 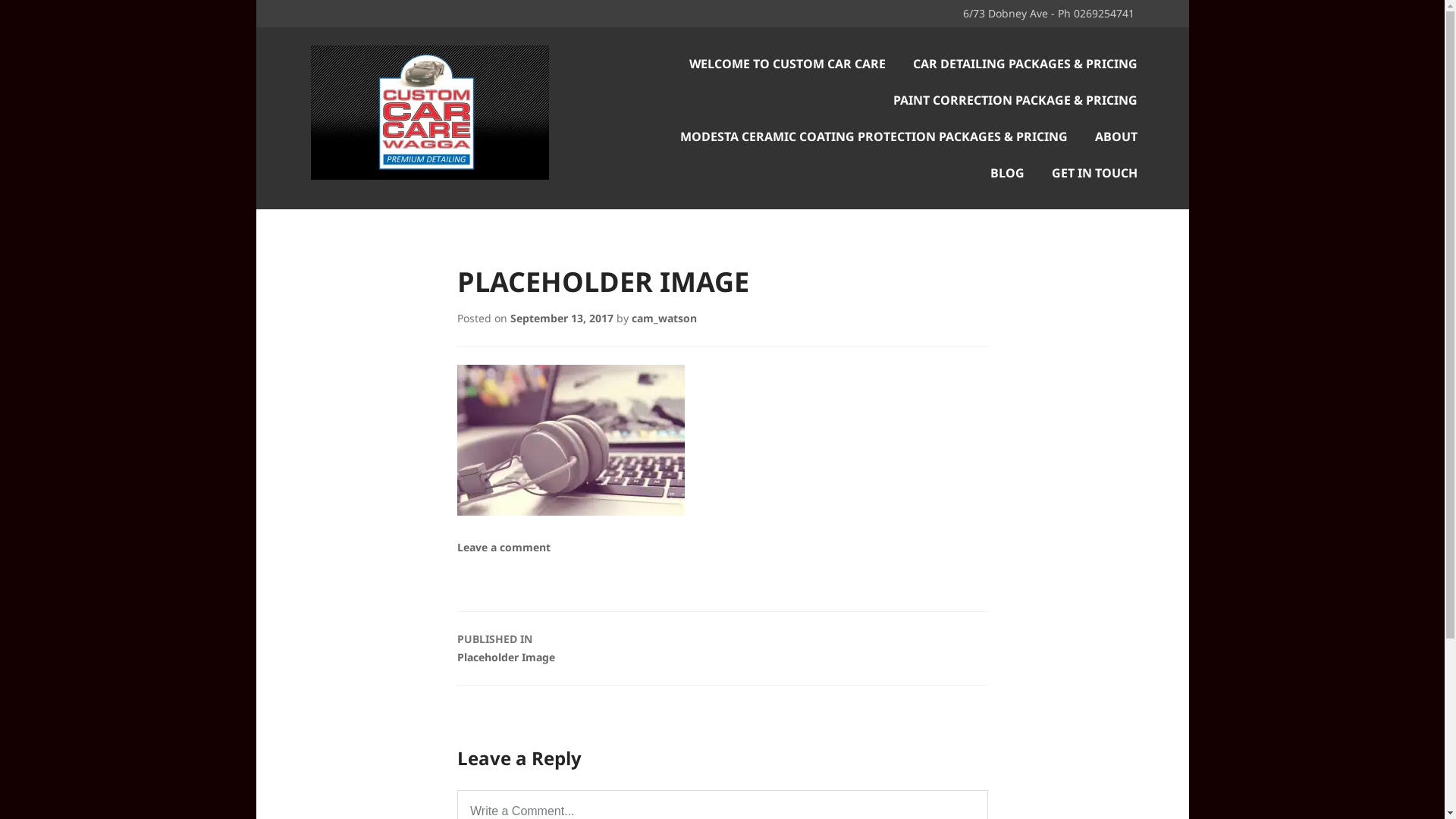 What do you see at coordinates (1007, 171) in the screenshot?
I see `'BLOG'` at bounding box center [1007, 171].